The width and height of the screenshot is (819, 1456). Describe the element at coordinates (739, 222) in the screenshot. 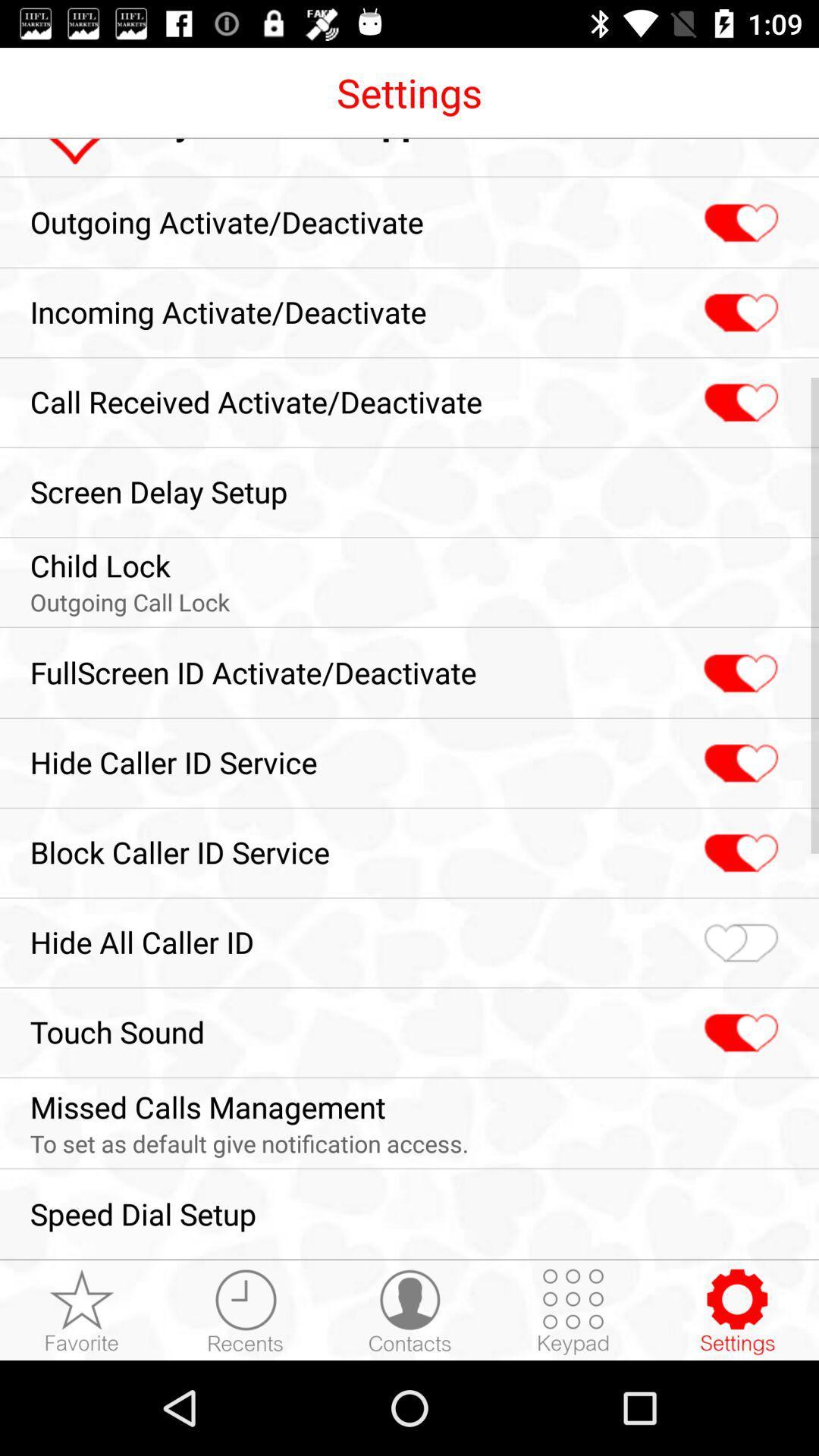

I see `the favorite icon` at that location.